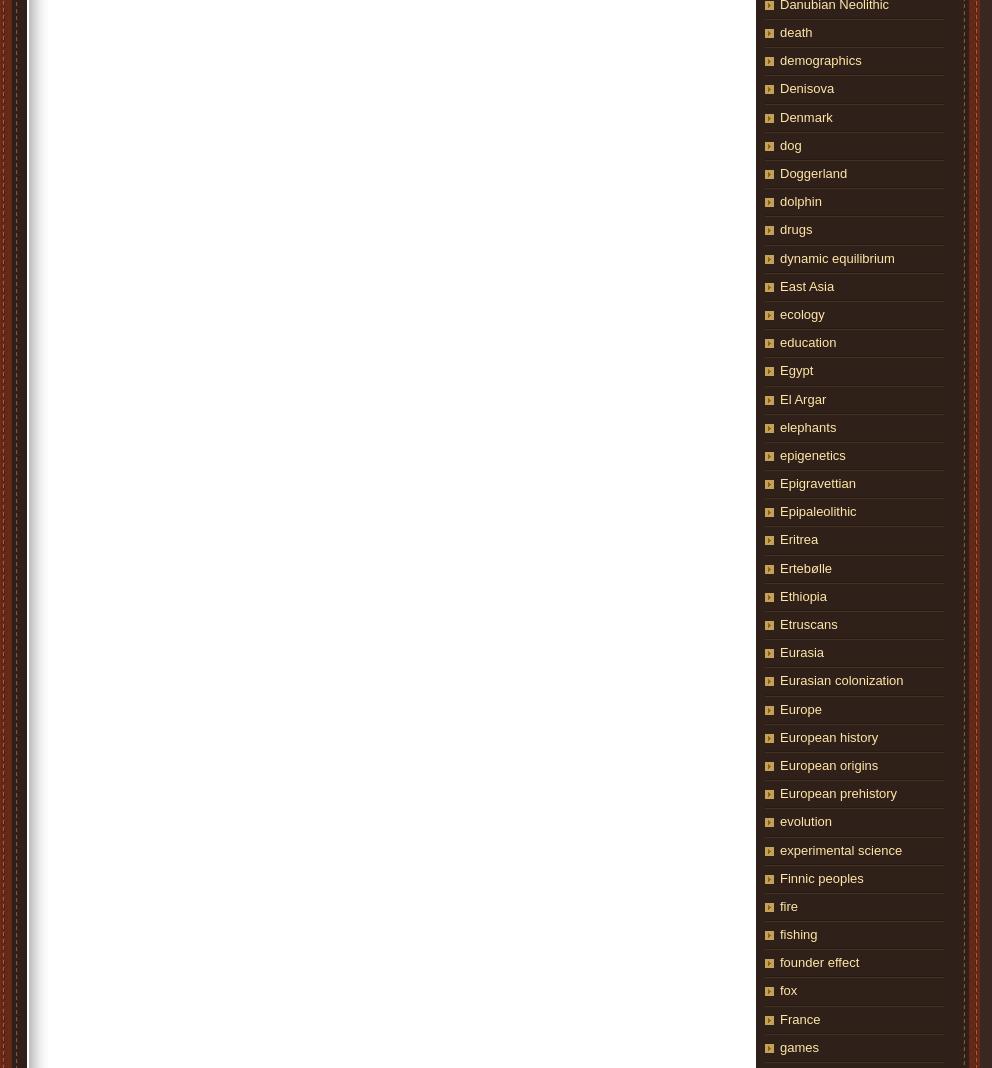 This screenshot has width=992, height=1068. What do you see at coordinates (779, 284) in the screenshot?
I see `'East Asia'` at bounding box center [779, 284].